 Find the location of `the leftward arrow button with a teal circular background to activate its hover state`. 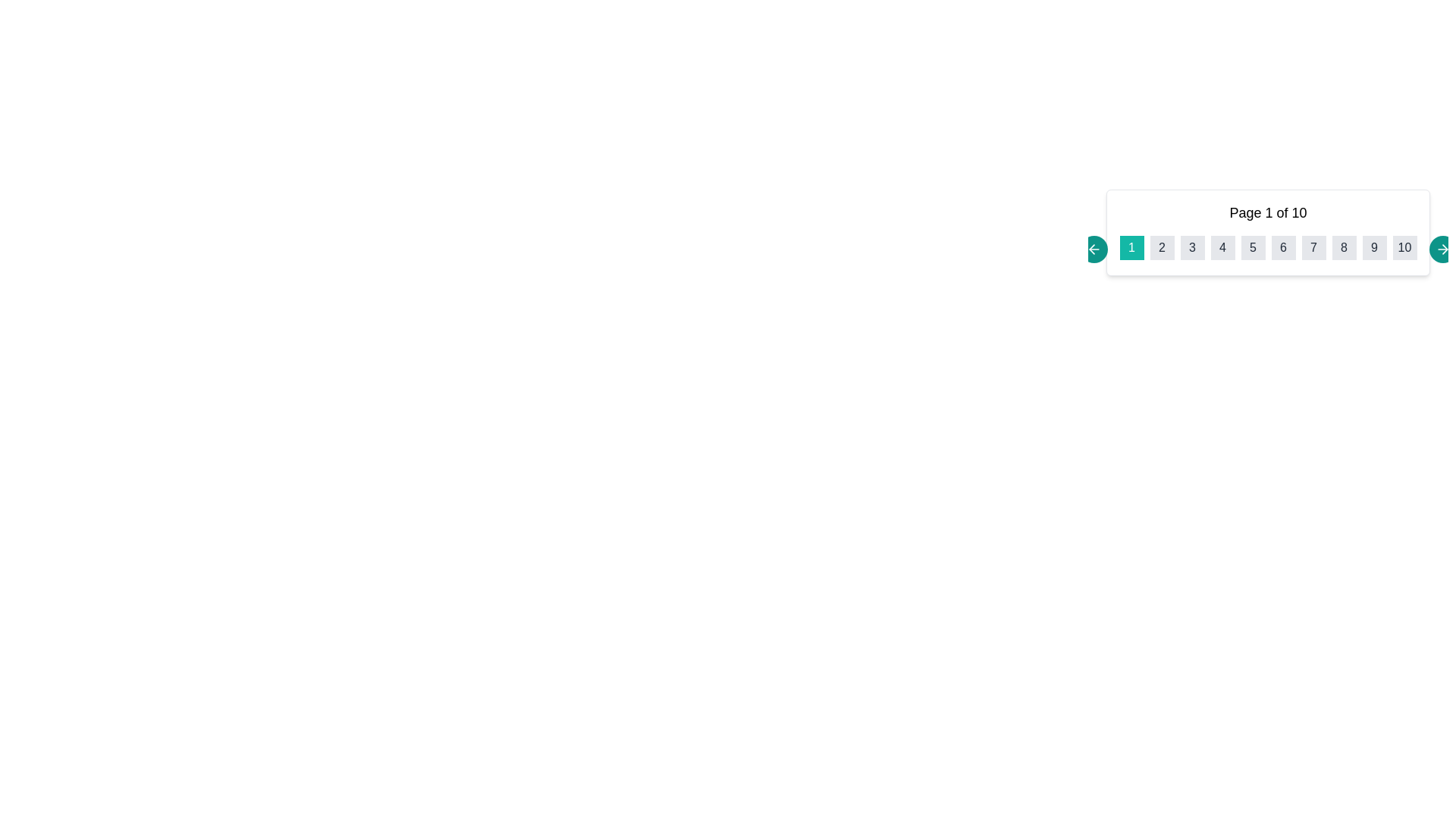

the leftward arrow button with a teal circular background to activate its hover state is located at coordinates (1094, 248).